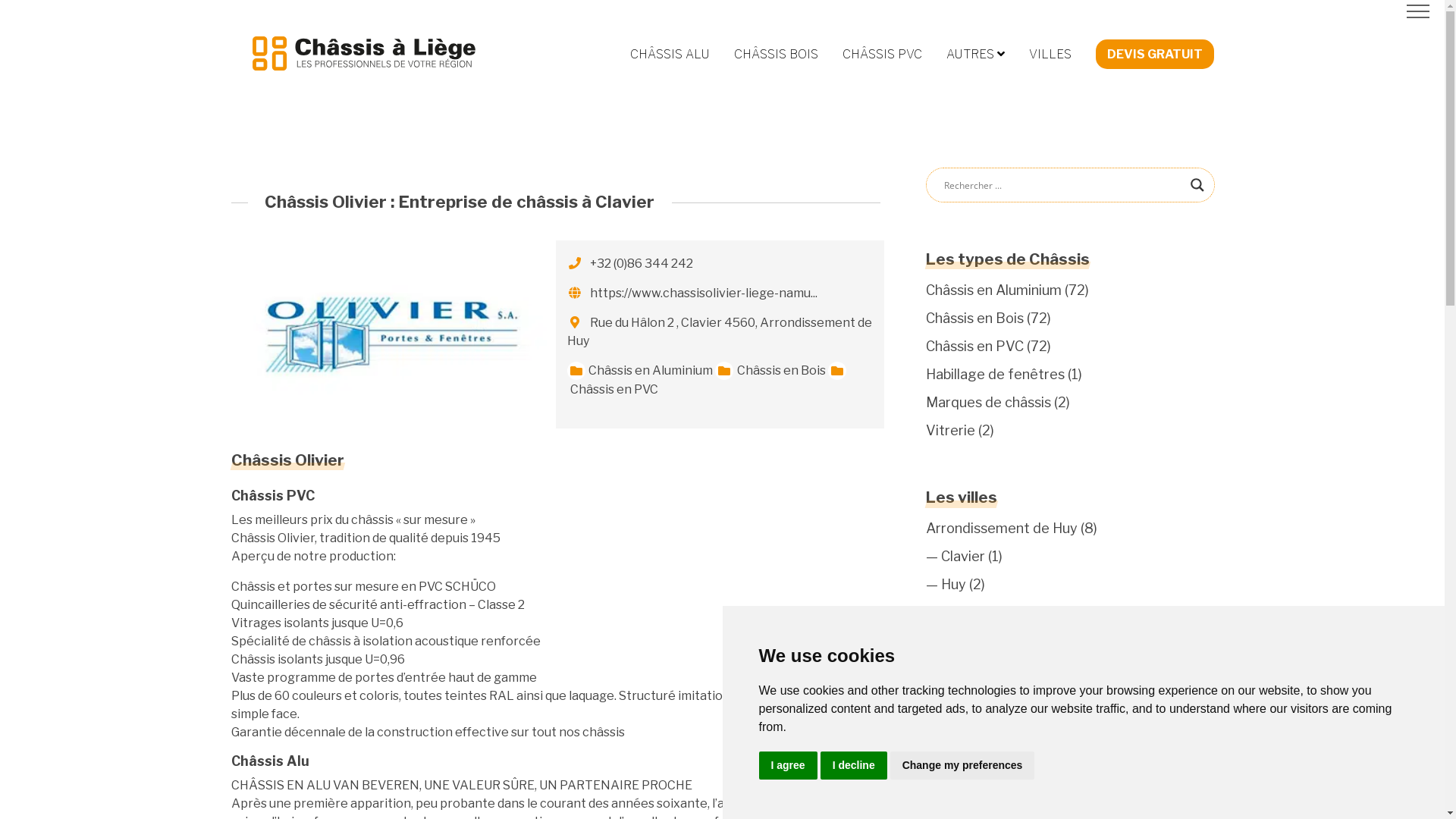 This screenshot has width=1456, height=819. I want to click on 'I agree', so click(758, 765).